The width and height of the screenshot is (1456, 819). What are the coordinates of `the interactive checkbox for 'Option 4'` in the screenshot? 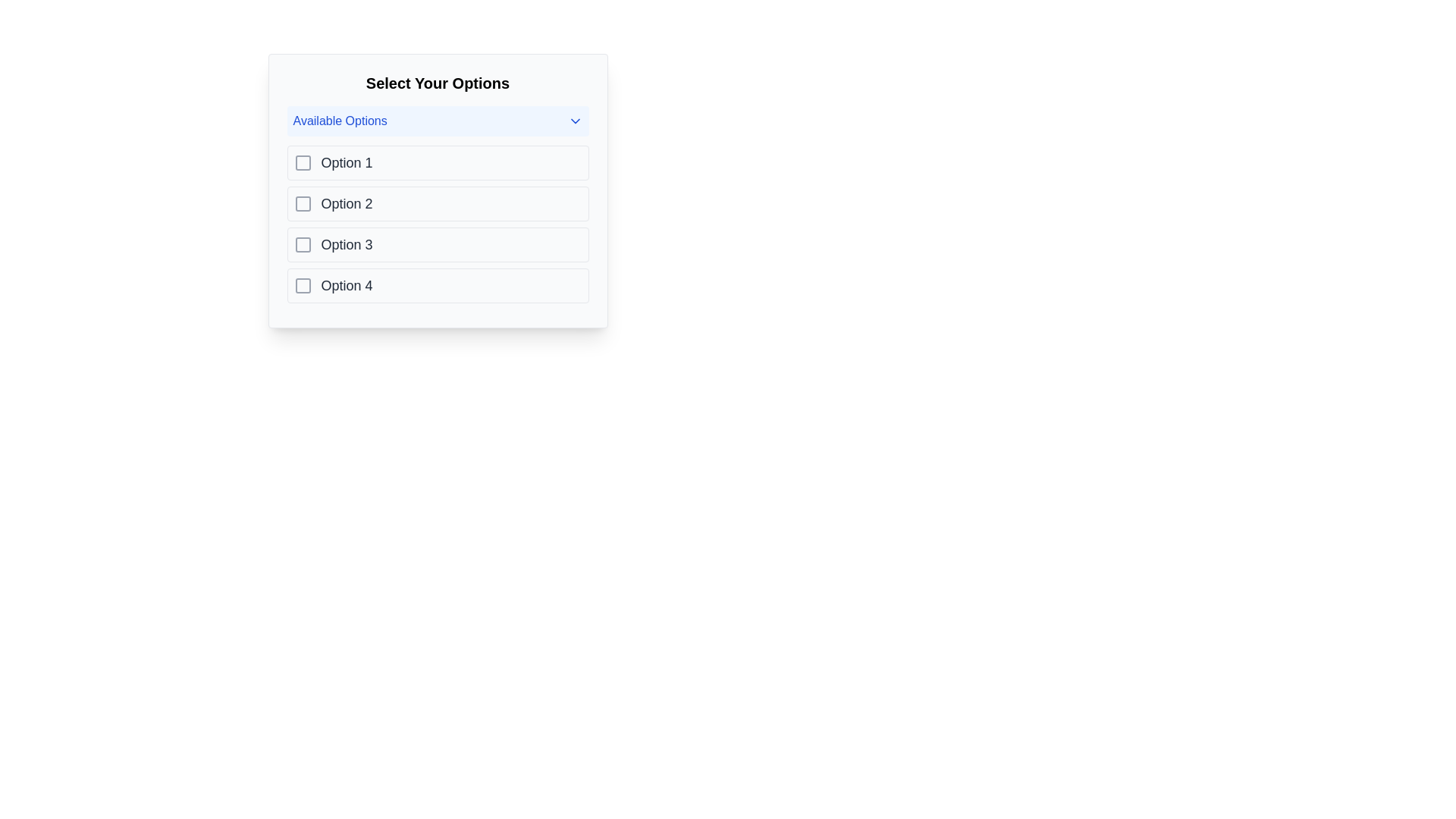 It's located at (303, 286).